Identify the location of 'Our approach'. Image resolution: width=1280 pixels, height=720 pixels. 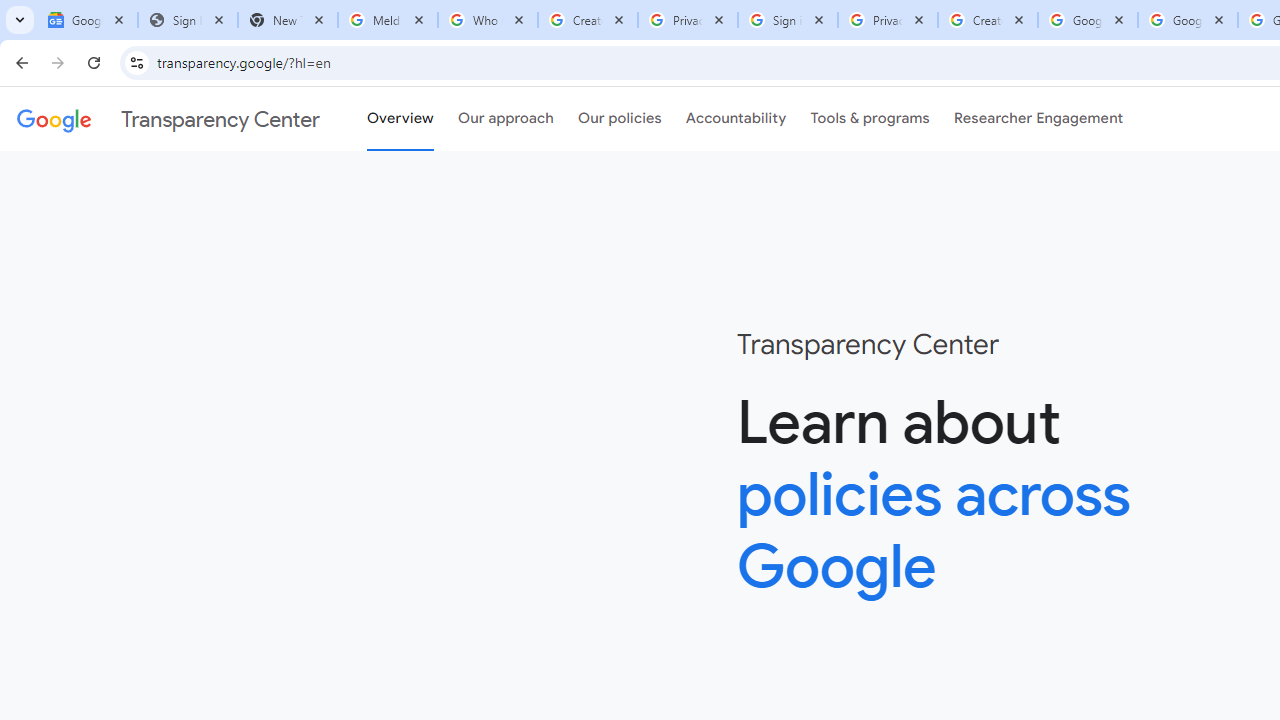
(506, 119).